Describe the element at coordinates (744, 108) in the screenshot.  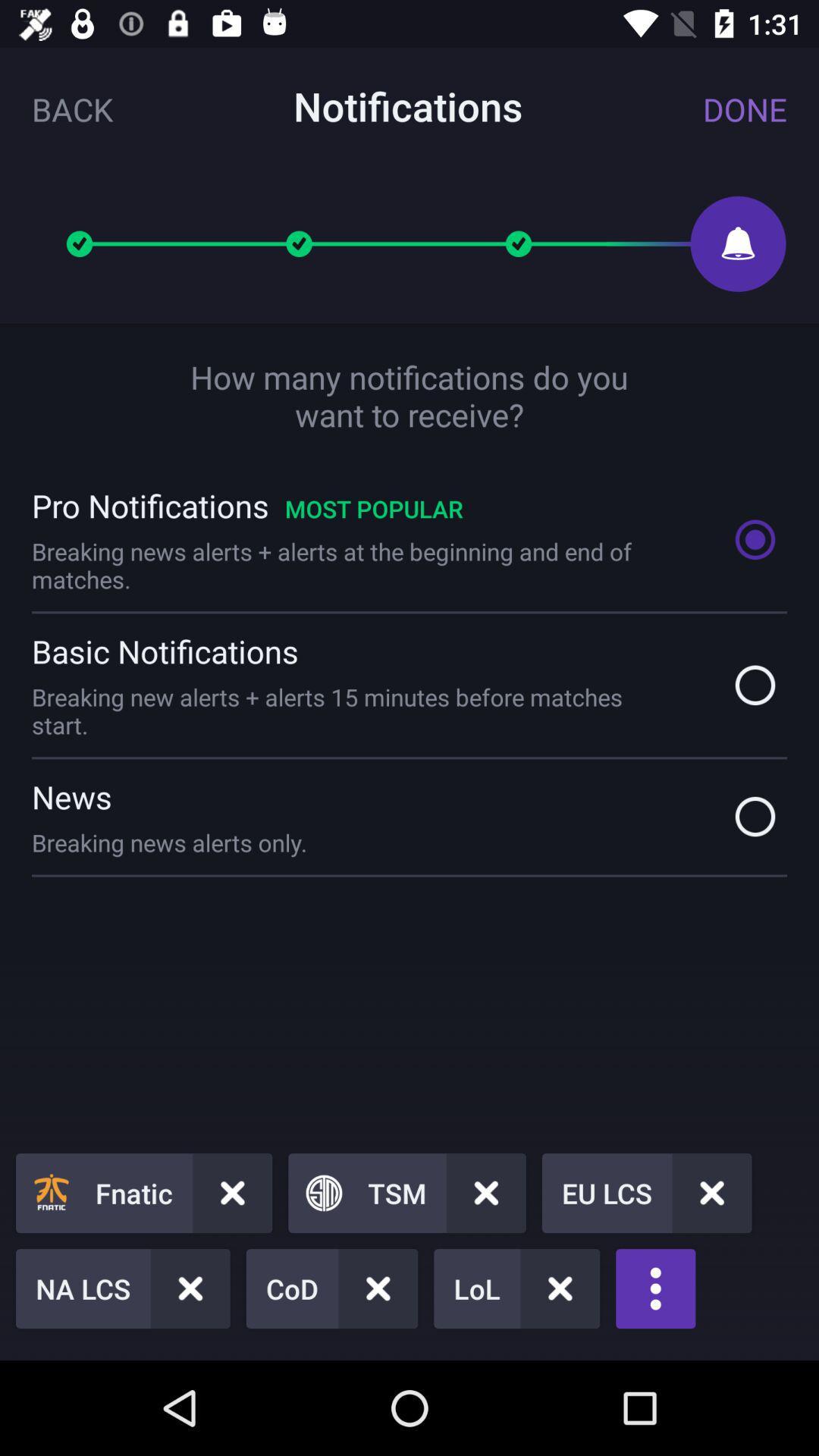
I see `done` at that location.